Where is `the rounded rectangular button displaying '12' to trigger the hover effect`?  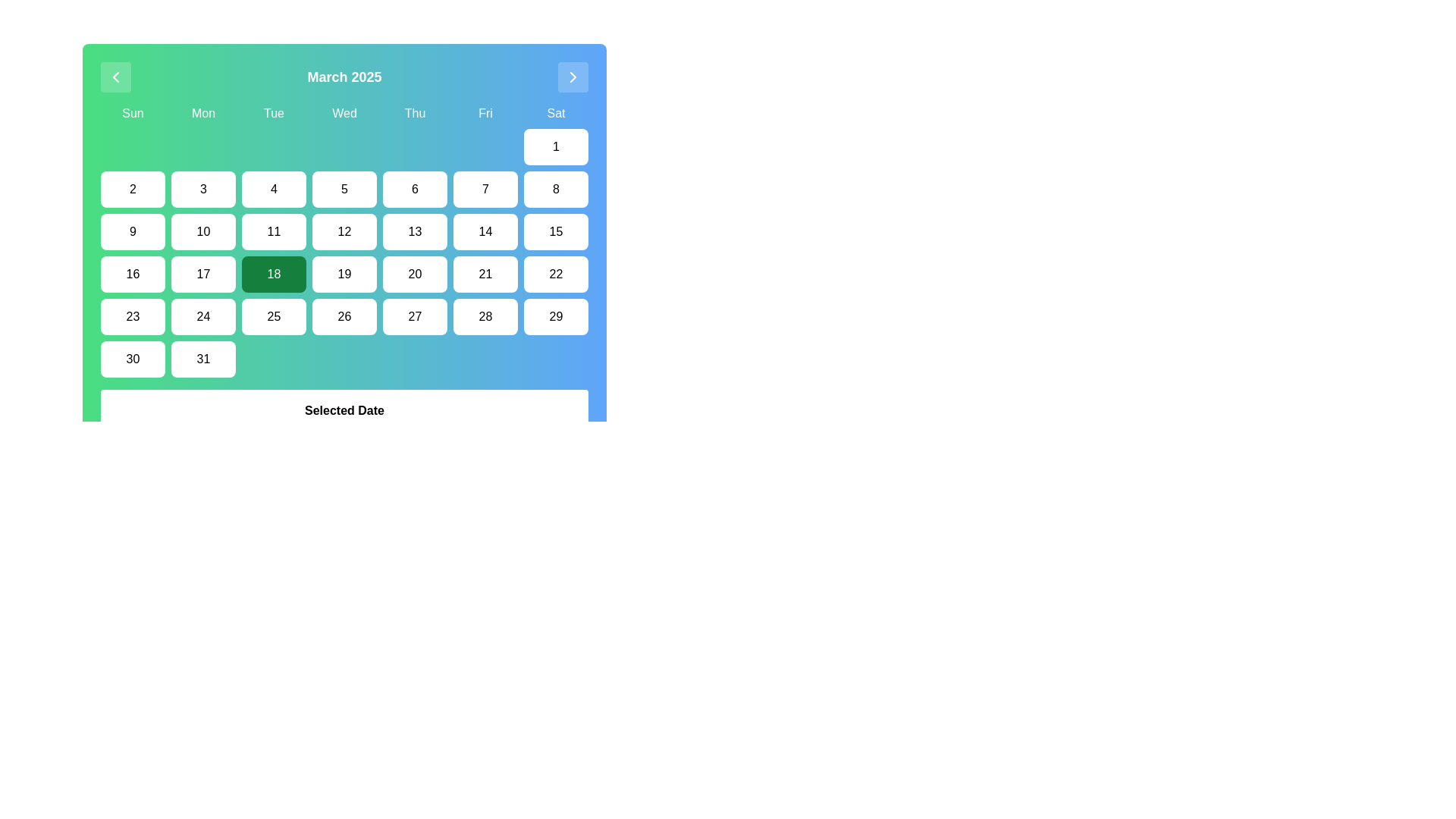
the rounded rectangular button displaying '12' to trigger the hover effect is located at coordinates (344, 231).